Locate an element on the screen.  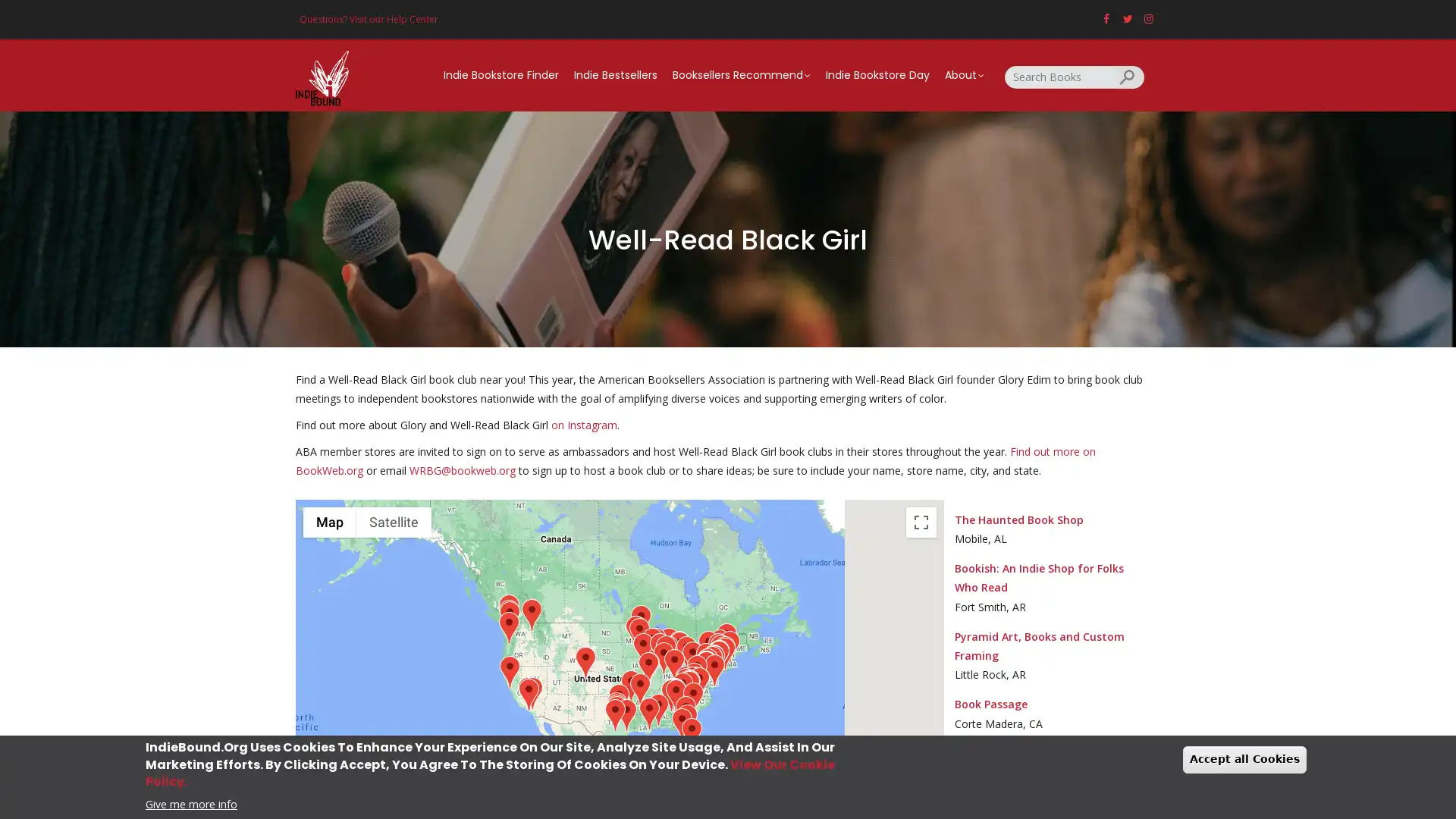
Only With Love Books is located at coordinates (673, 693).